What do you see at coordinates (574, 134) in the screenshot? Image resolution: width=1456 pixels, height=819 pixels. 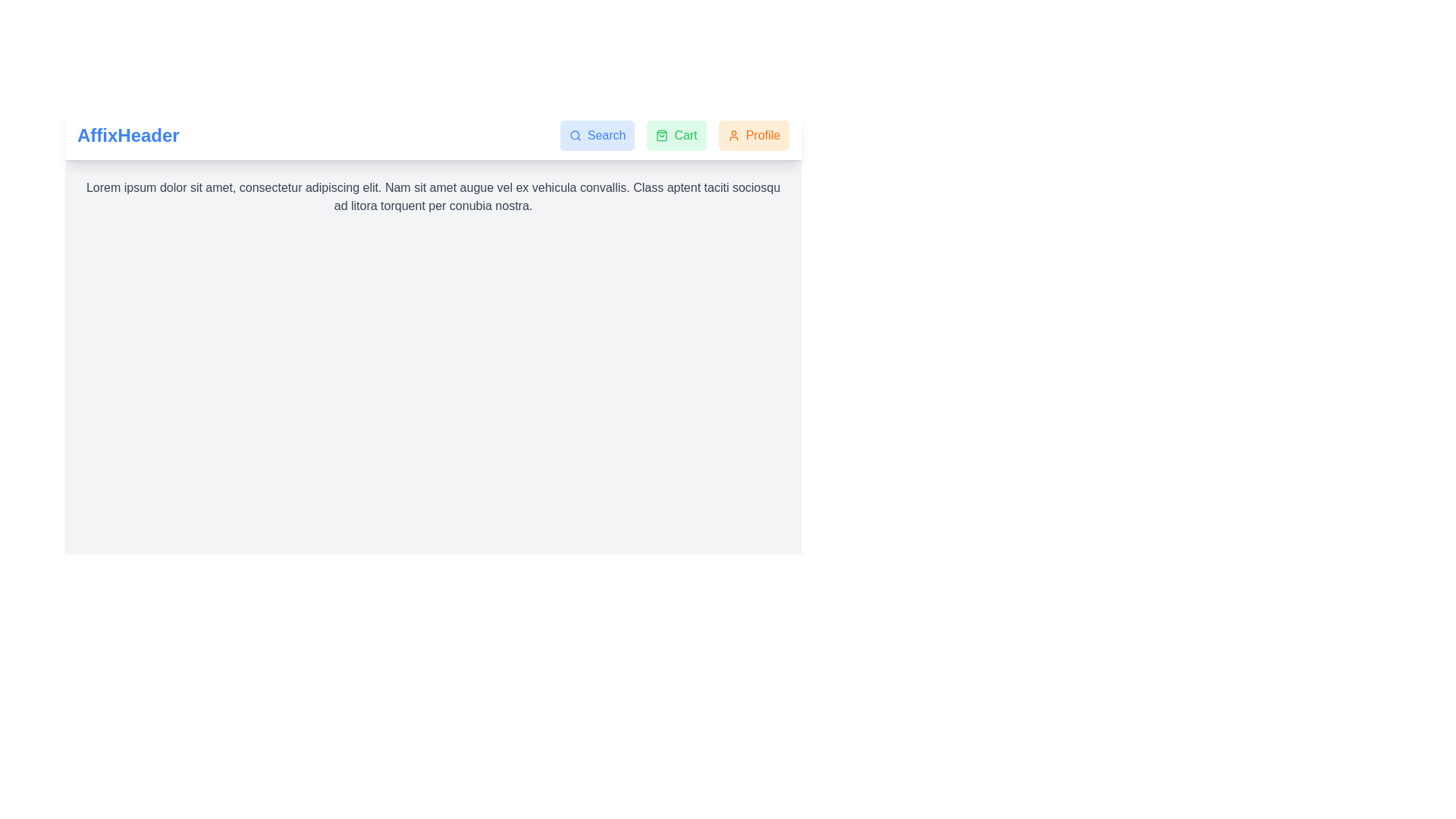 I see `the 'Search' button which features a small magnifying glass icon integrated within it, located in the top navigation bar` at bounding box center [574, 134].